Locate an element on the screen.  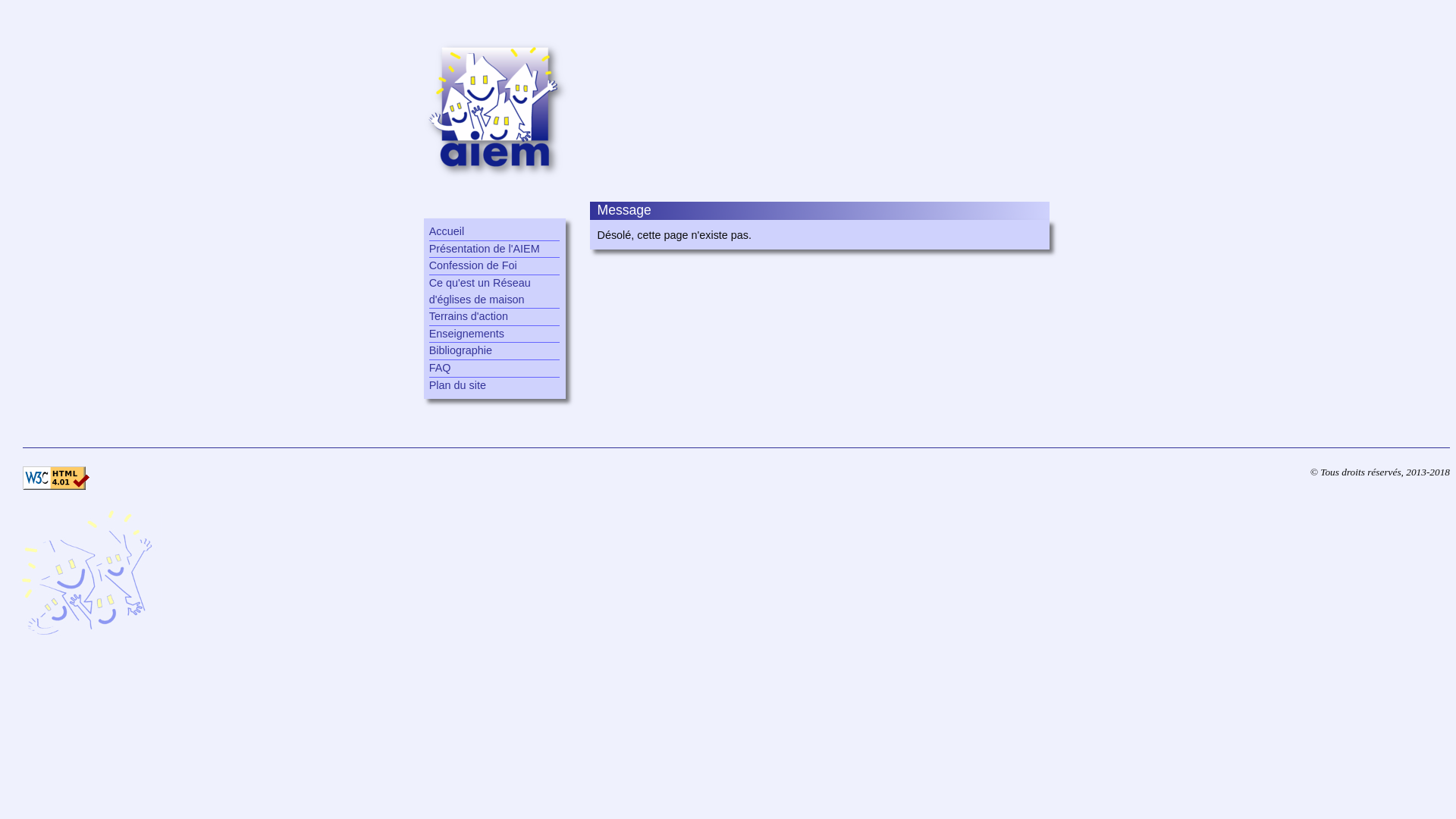
'Confession de Foi' is located at coordinates (494, 265).